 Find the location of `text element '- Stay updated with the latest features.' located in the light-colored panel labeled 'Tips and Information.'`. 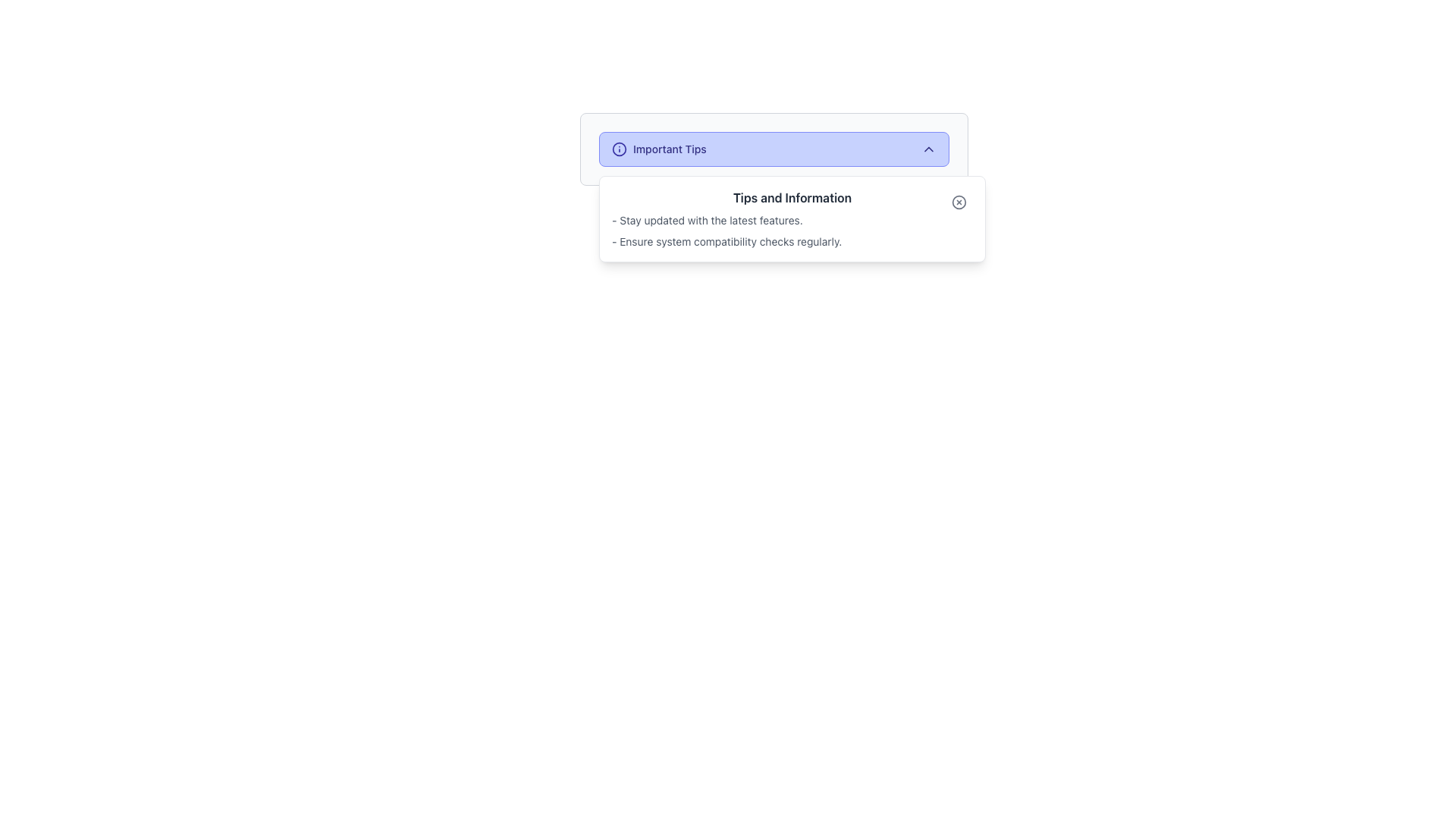

text element '- Stay updated with the latest features.' located in the light-colored panel labeled 'Tips and Information.' is located at coordinates (792, 220).